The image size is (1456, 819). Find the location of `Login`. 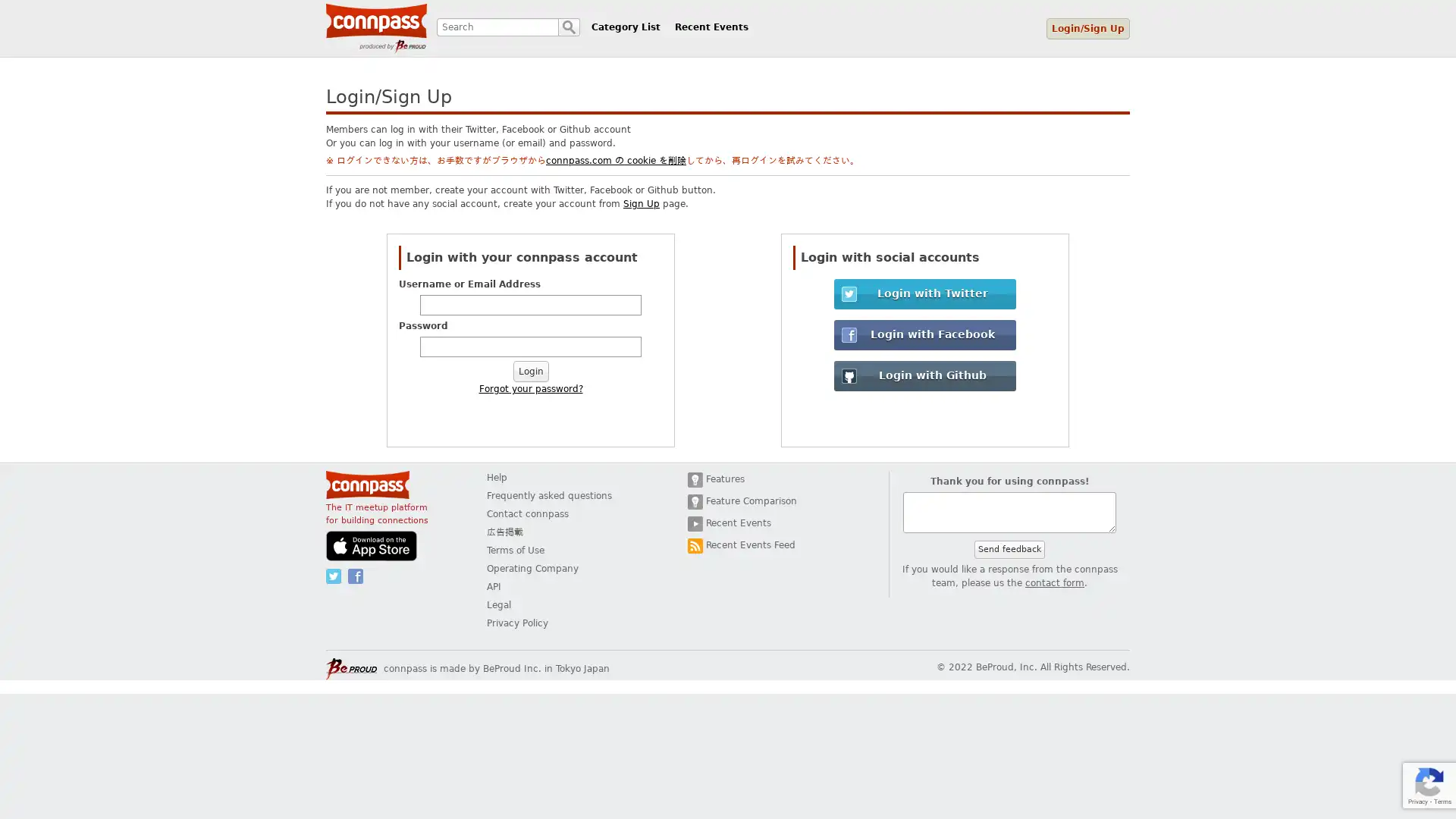

Login is located at coordinates (530, 371).